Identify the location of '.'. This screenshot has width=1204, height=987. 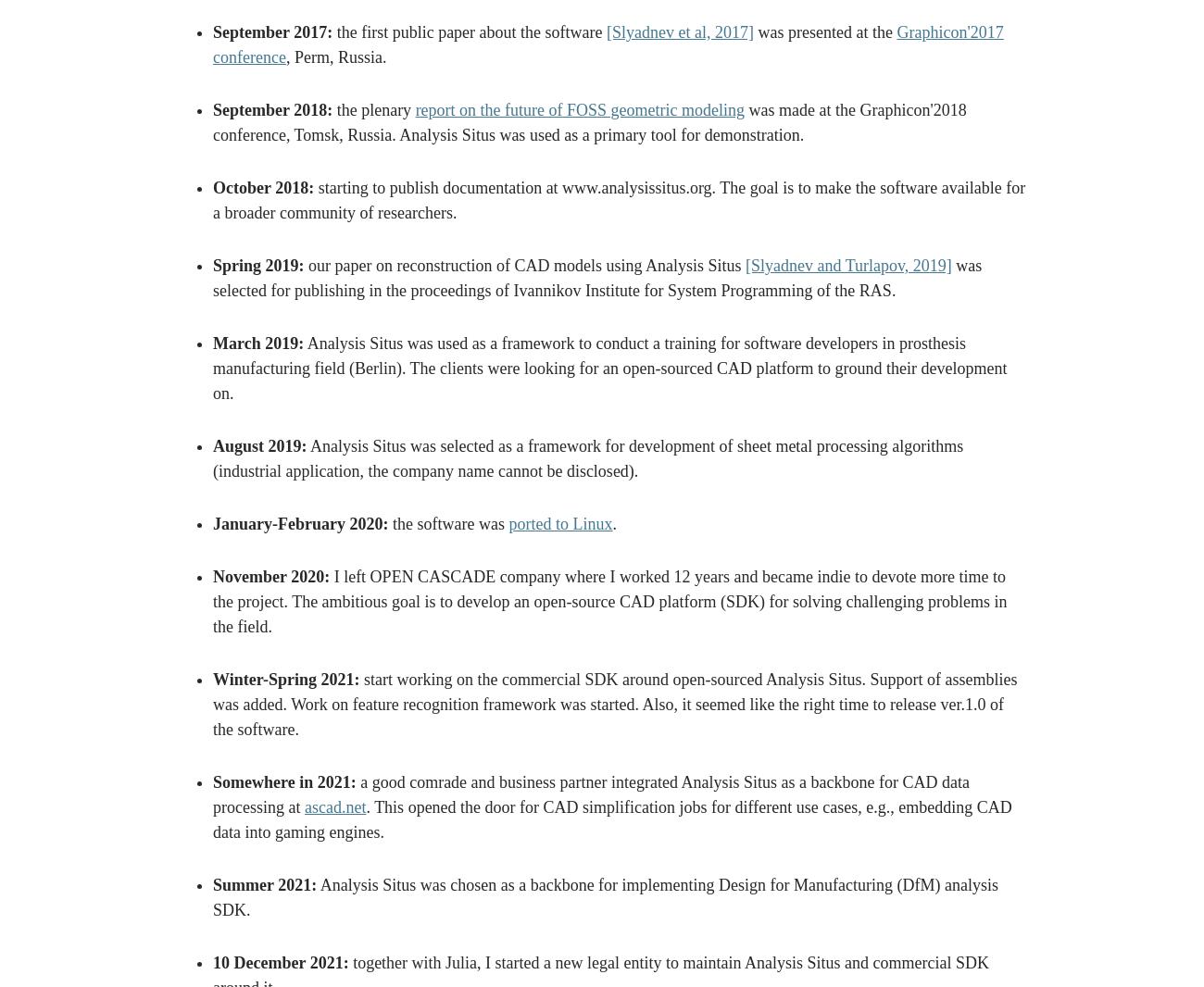
(611, 523).